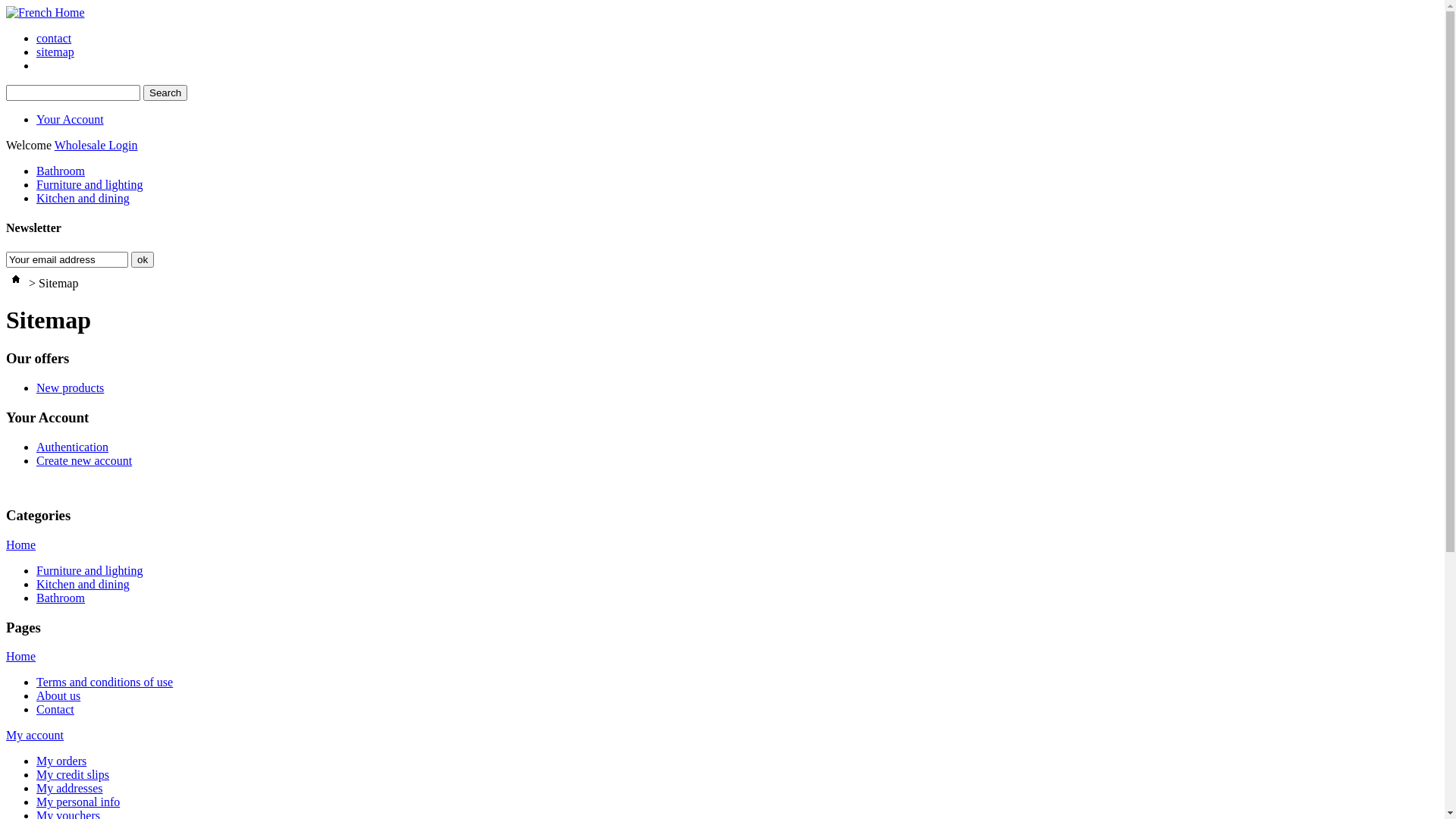  Describe the element at coordinates (58, 695) in the screenshot. I see `'About us'` at that location.